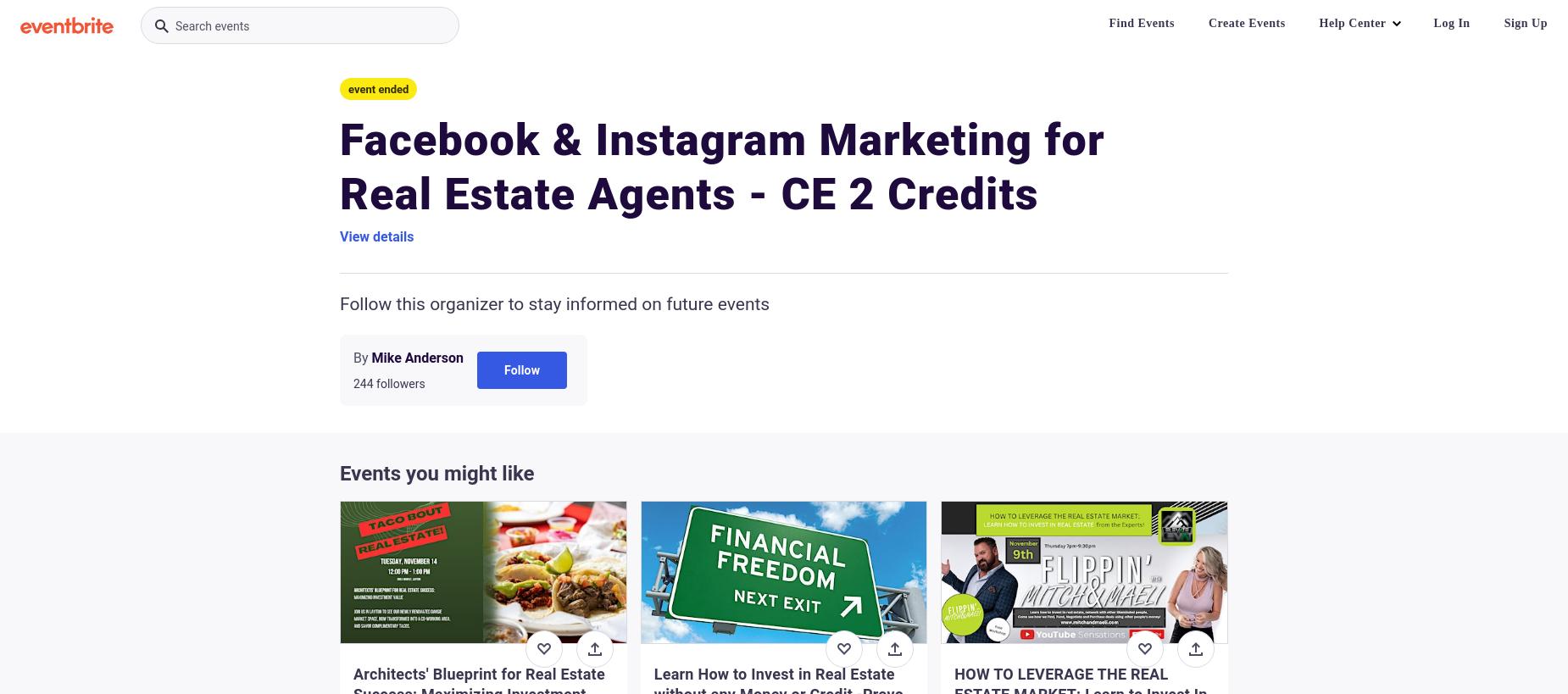 Image resolution: width=1568 pixels, height=694 pixels. I want to click on 'Follow this organizer to stay informed on future events', so click(554, 303).